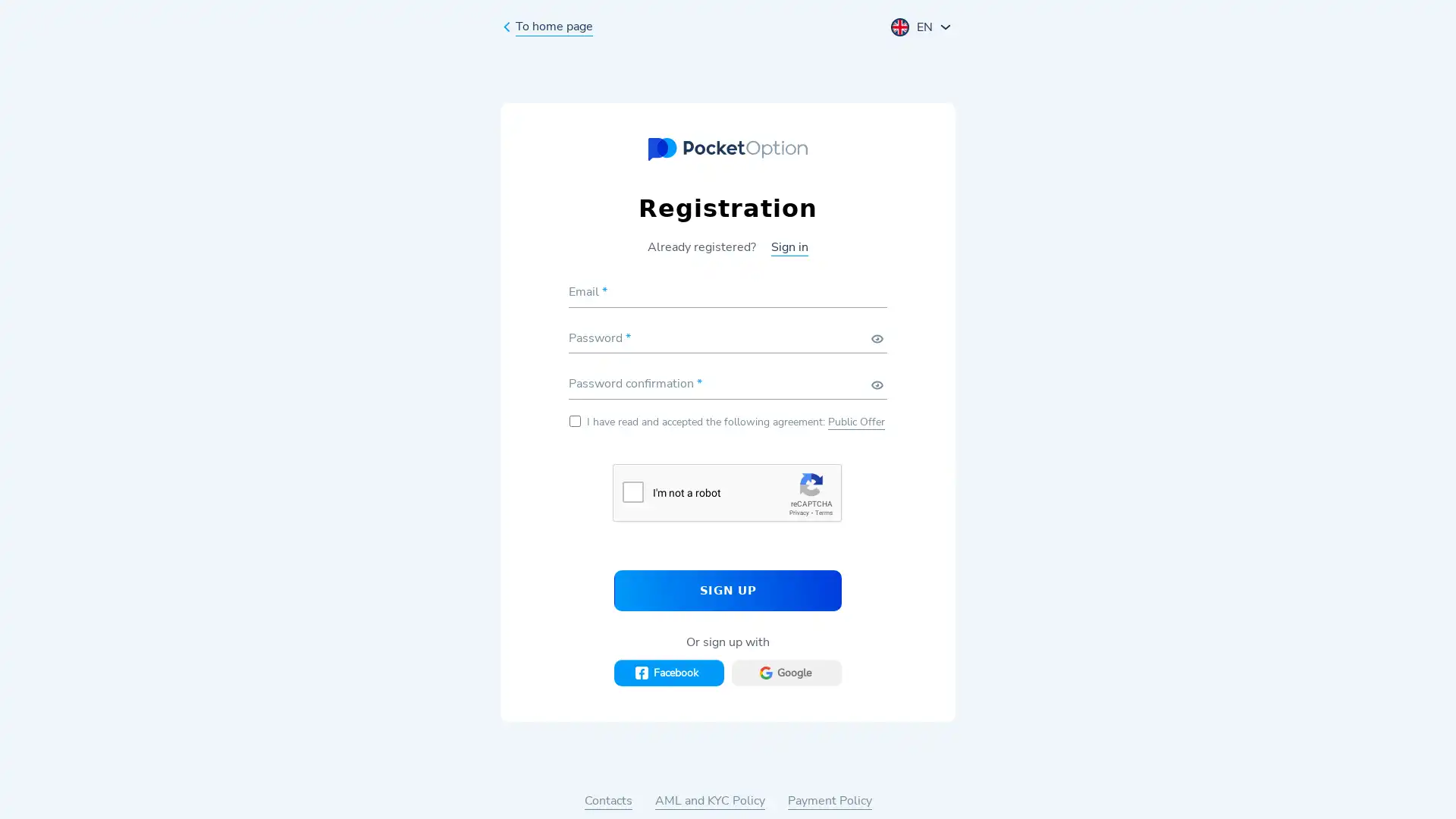 This screenshot has width=1456, height=819. Describe the element at coordinates (728, 589) in the screenshot. I see `SIGN UP` at that location.